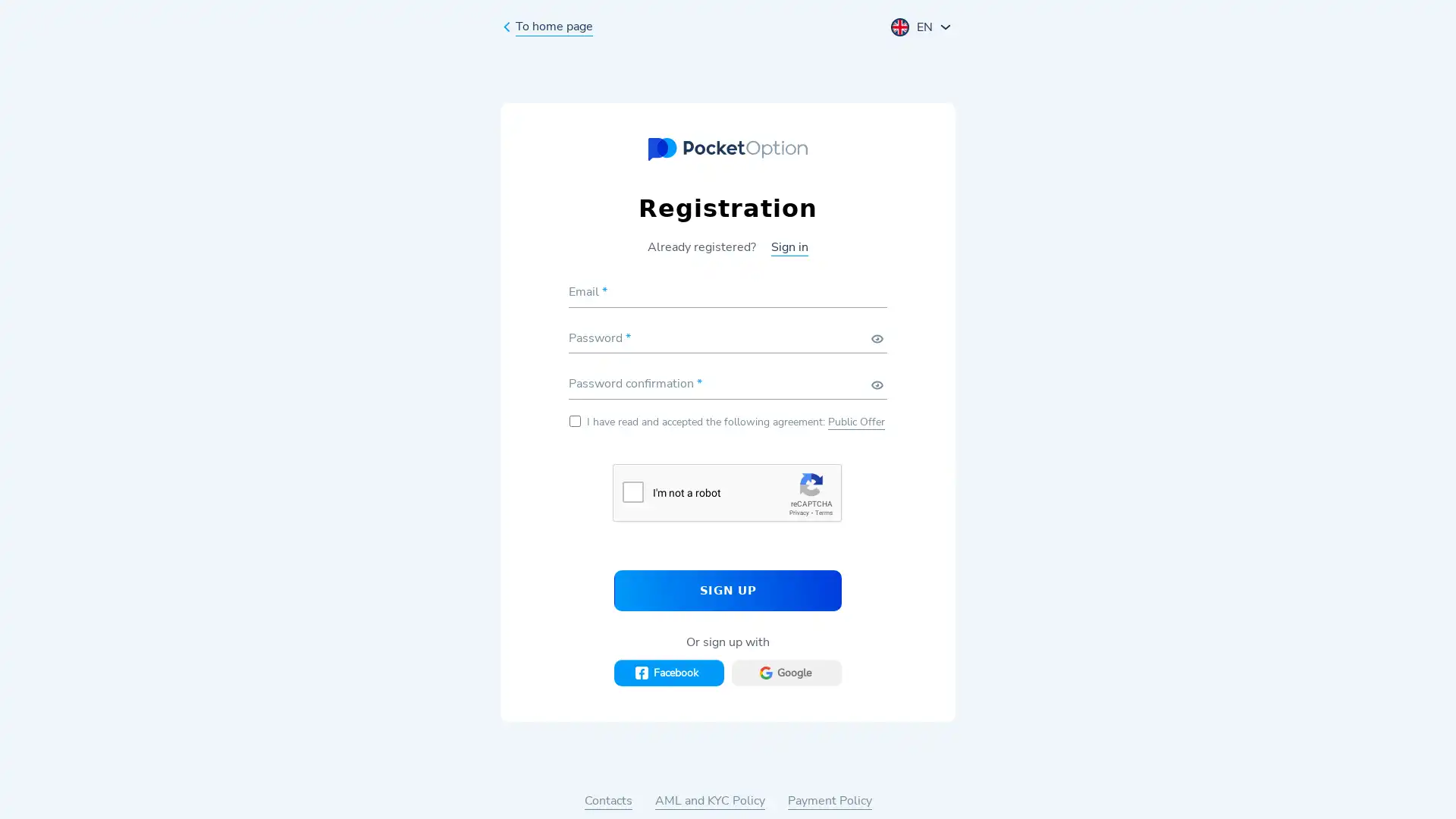 This screenshot has width=1456, height=819. Describe the element at coordinates (728, 589) in the screenshot. I see `SIGN UP` at that location.